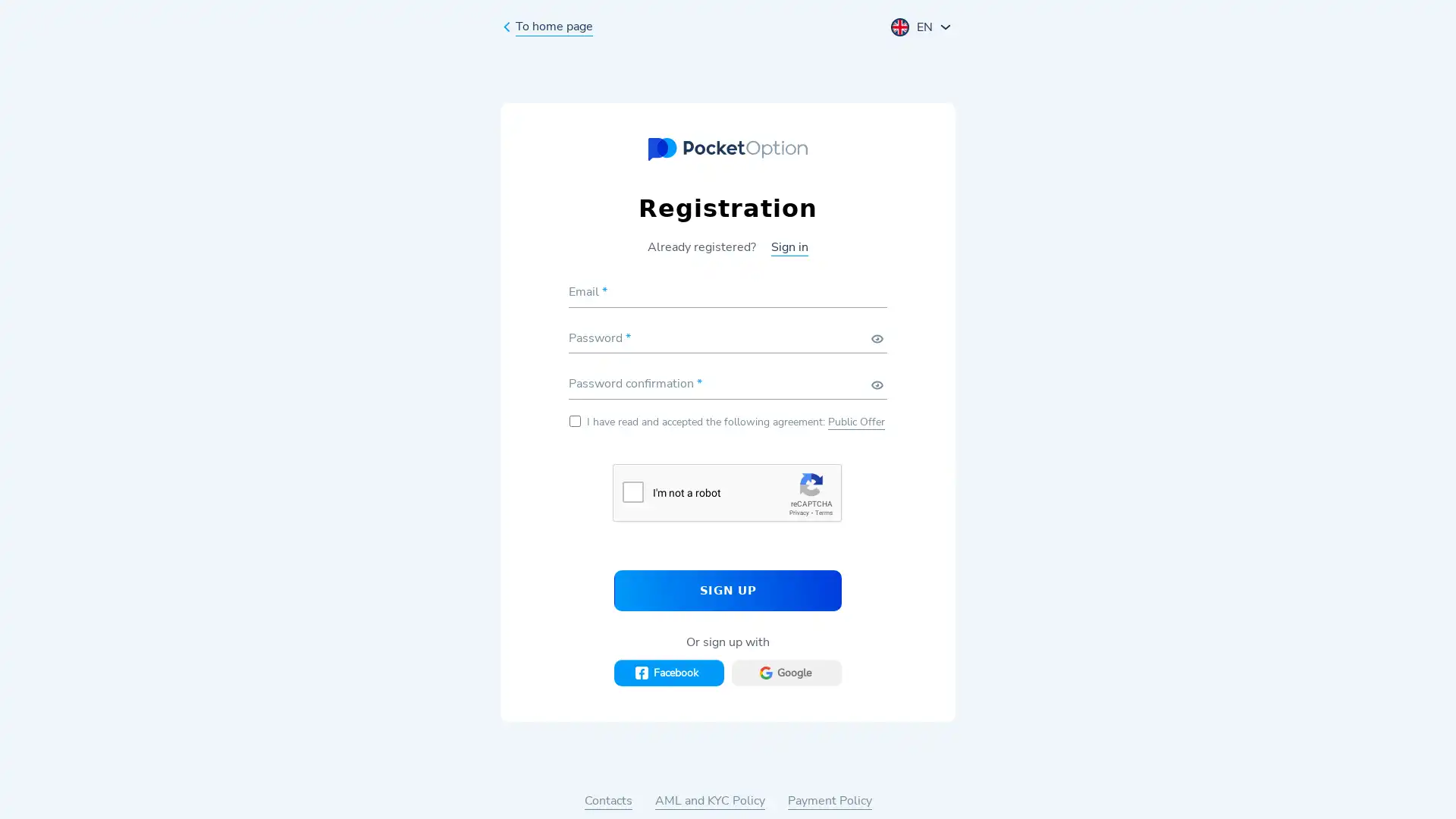 This screenshot has width=1456, height=819. Describe the element at coordinates (728, 589) in the screenshot. I see `SIGN UP` at that location.